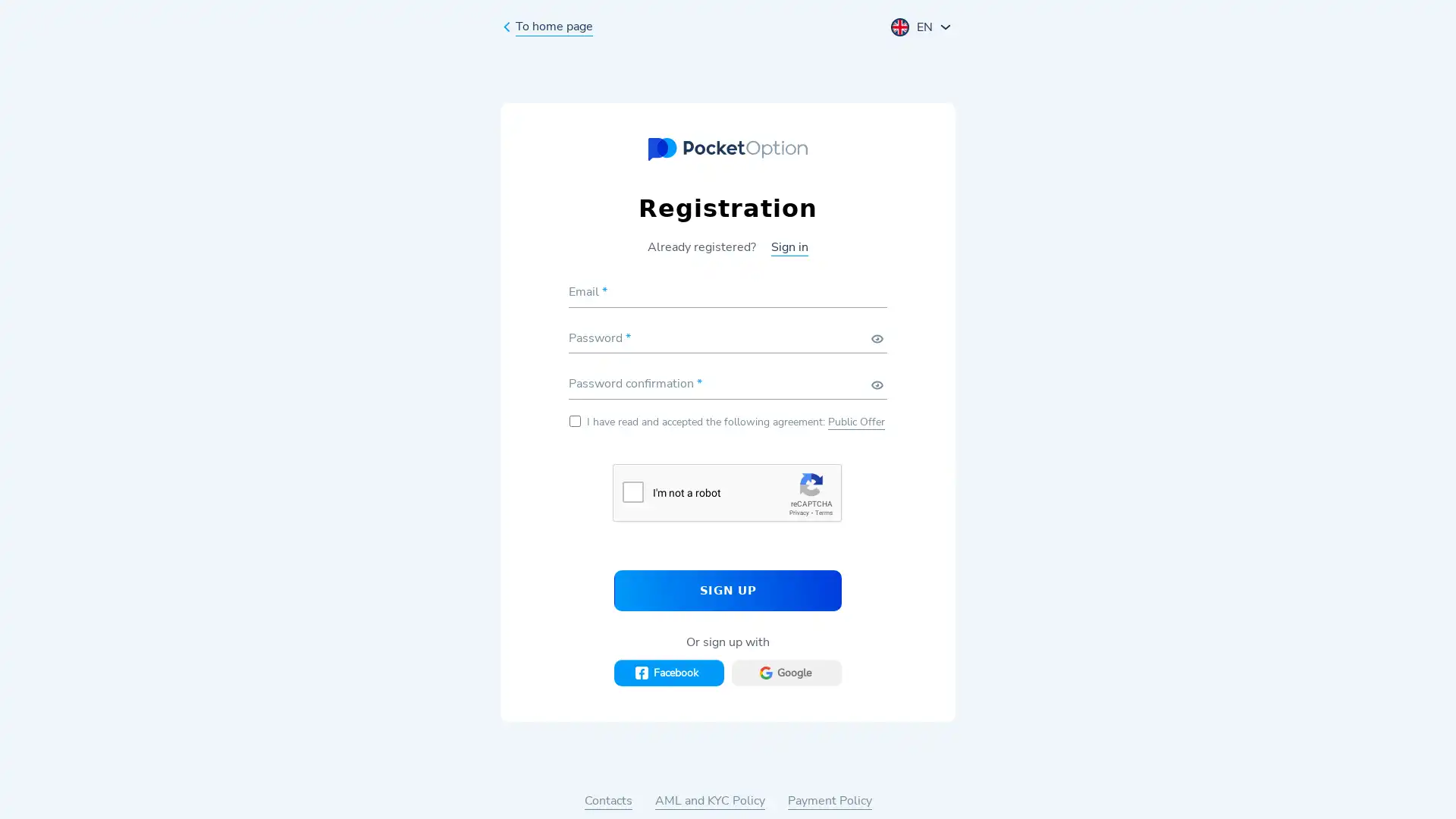 This screenshot has width=1456, height=819. Describe the element at coordinates (728, 589) in the screenshot. I see `SIGN UP` at that location.